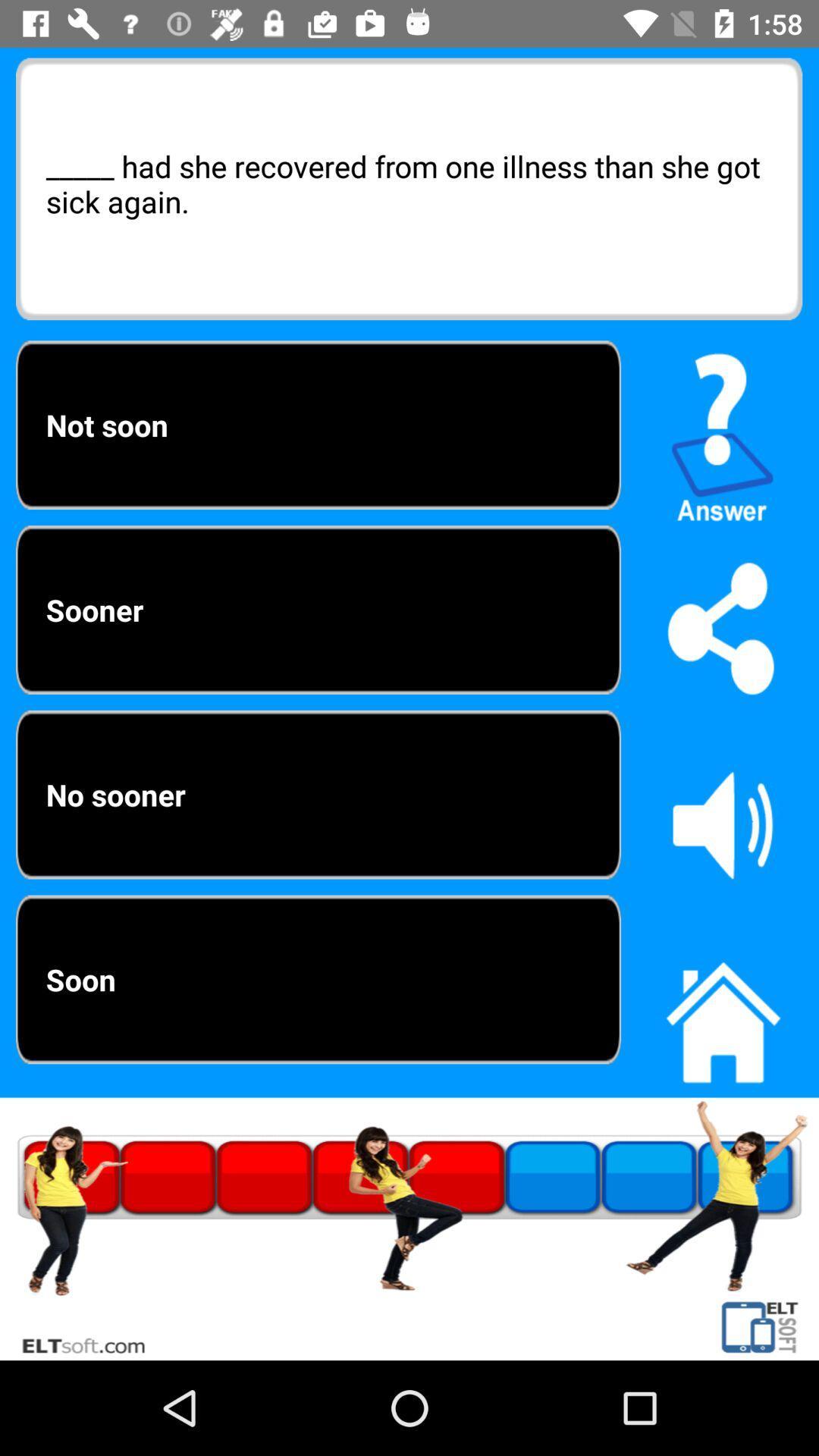  What do you see at coordinates (722, 430) in the screenshot?
I see `app below the _____ had she` at bounding box center [722, 430].